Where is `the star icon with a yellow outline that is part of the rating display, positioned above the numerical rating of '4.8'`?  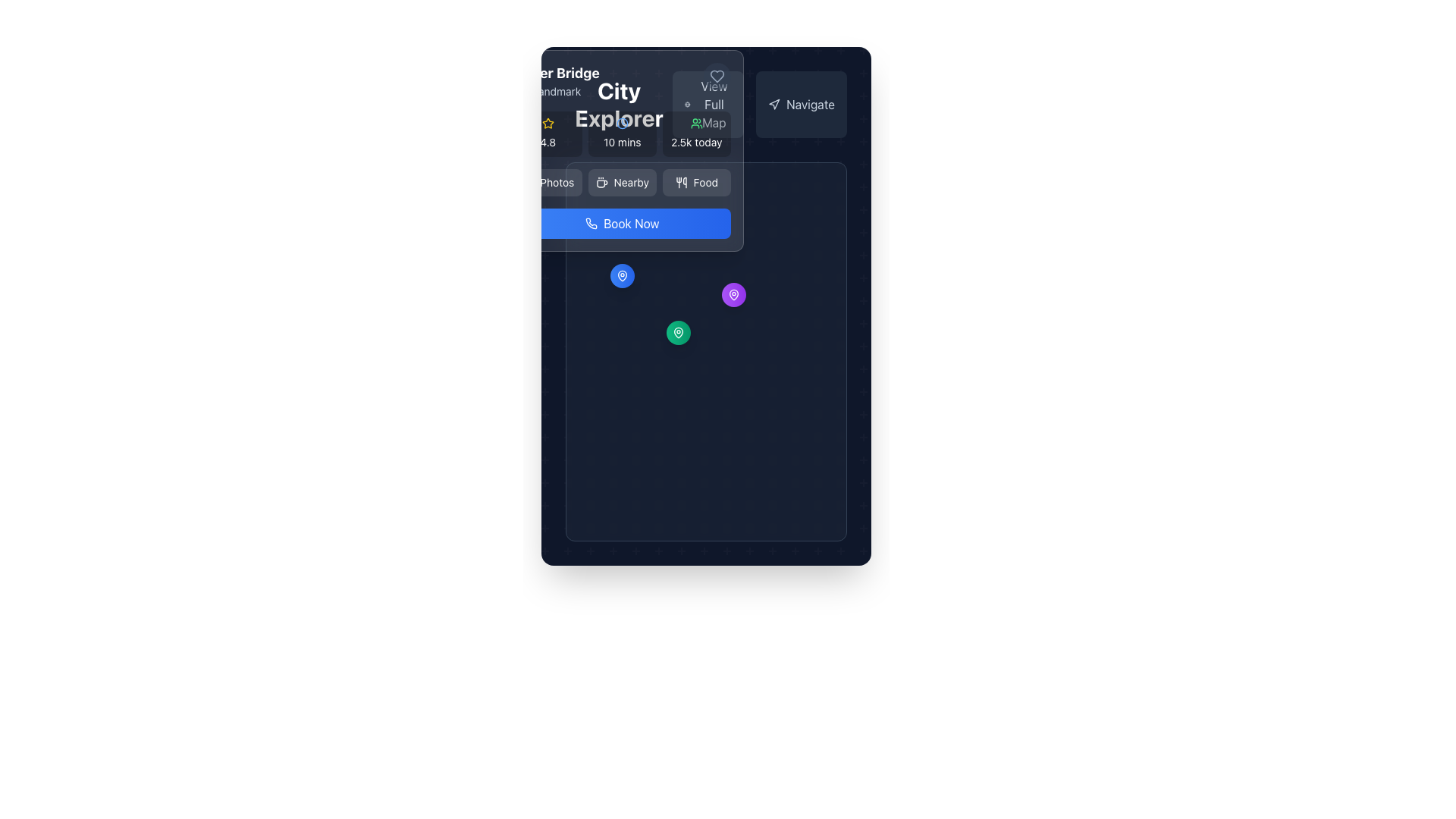
the star icon with a yellow outline that is part of the rating display, positioned above the numerical rating of '4.8' is located at coordinates (547, 123).